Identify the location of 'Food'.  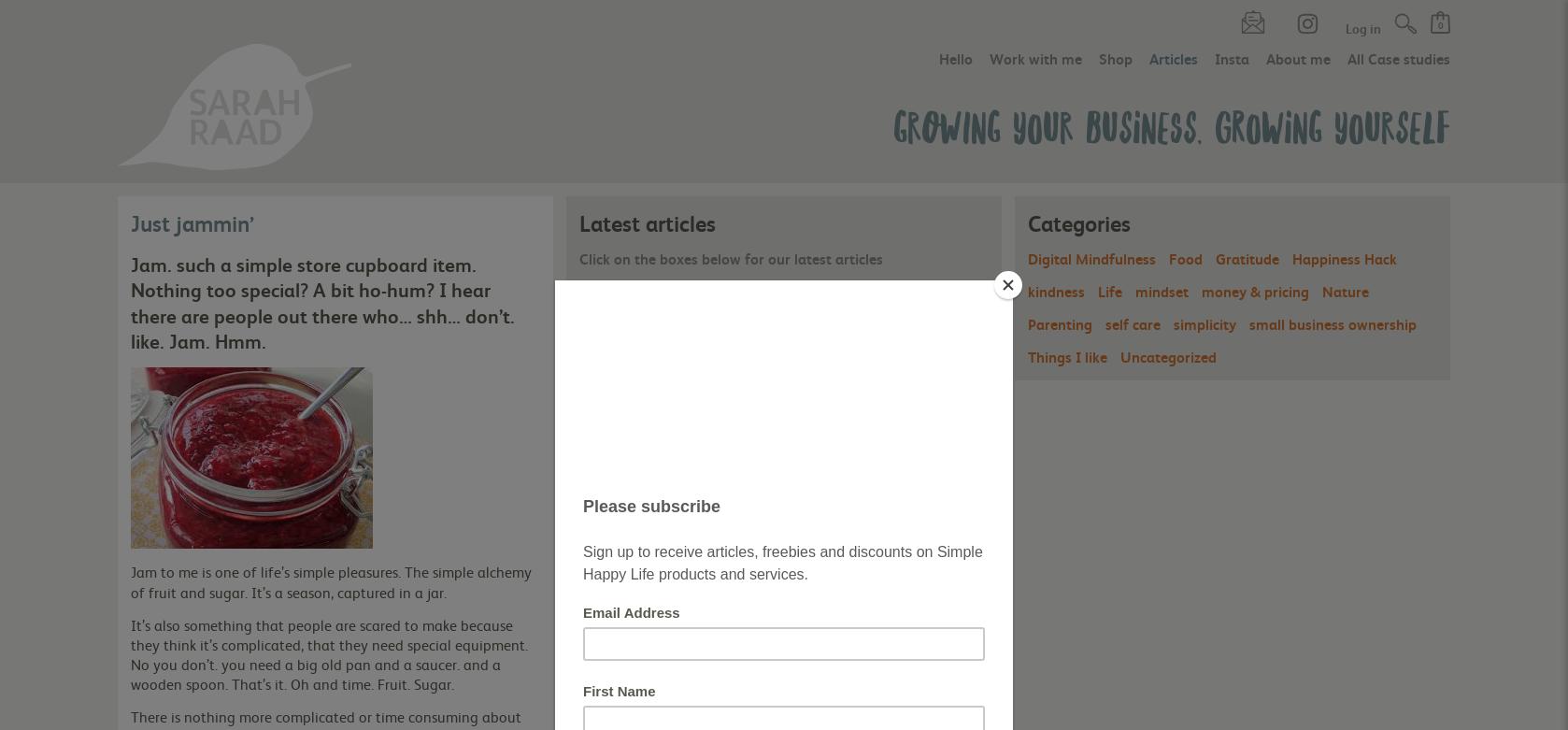
(1168, 257).